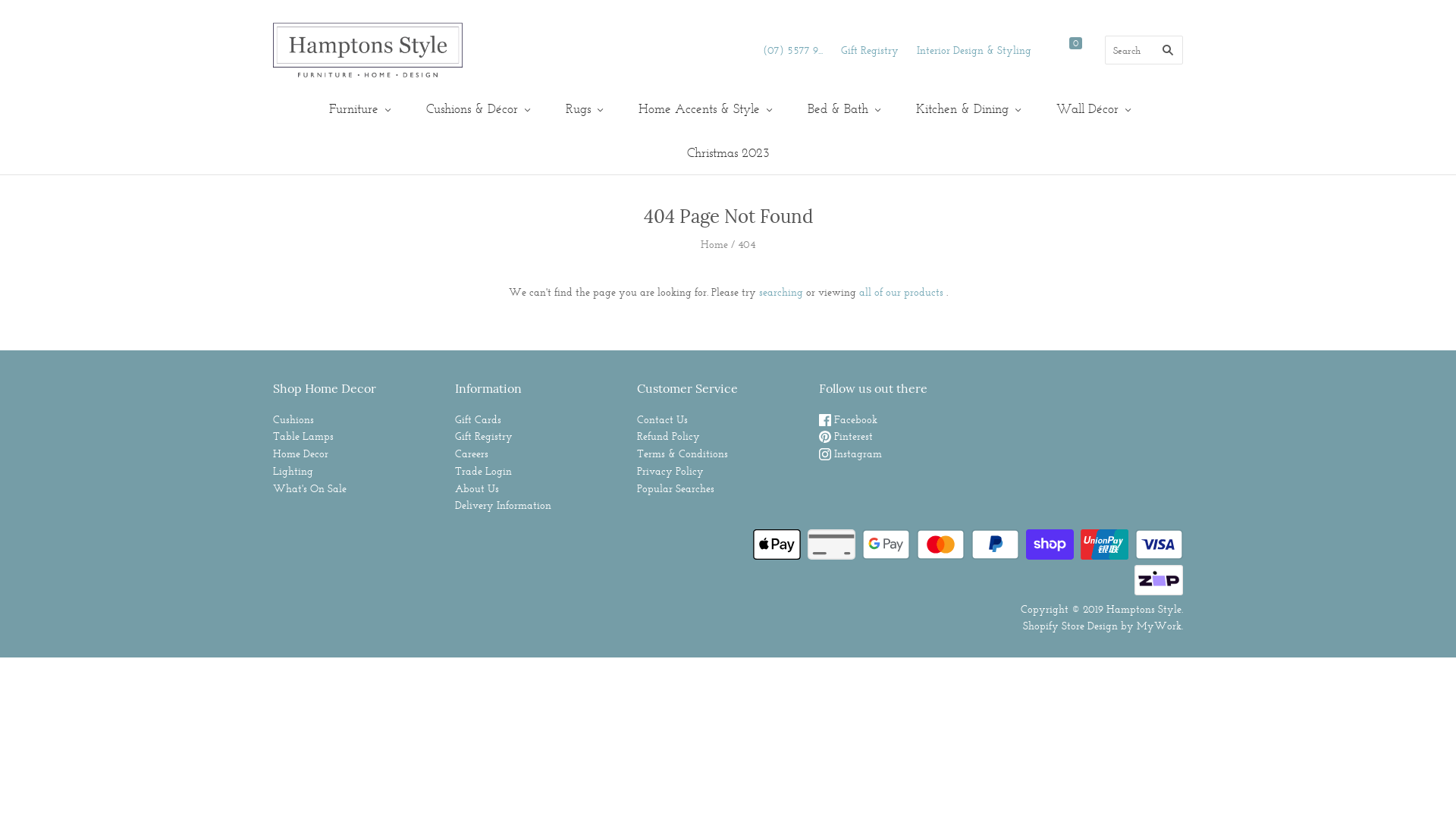 This screenshot has height=819, width=1456. Describe the element at coordinates (1144, 607) in the screenshot. I see `'Hamptons Style'` at that location.